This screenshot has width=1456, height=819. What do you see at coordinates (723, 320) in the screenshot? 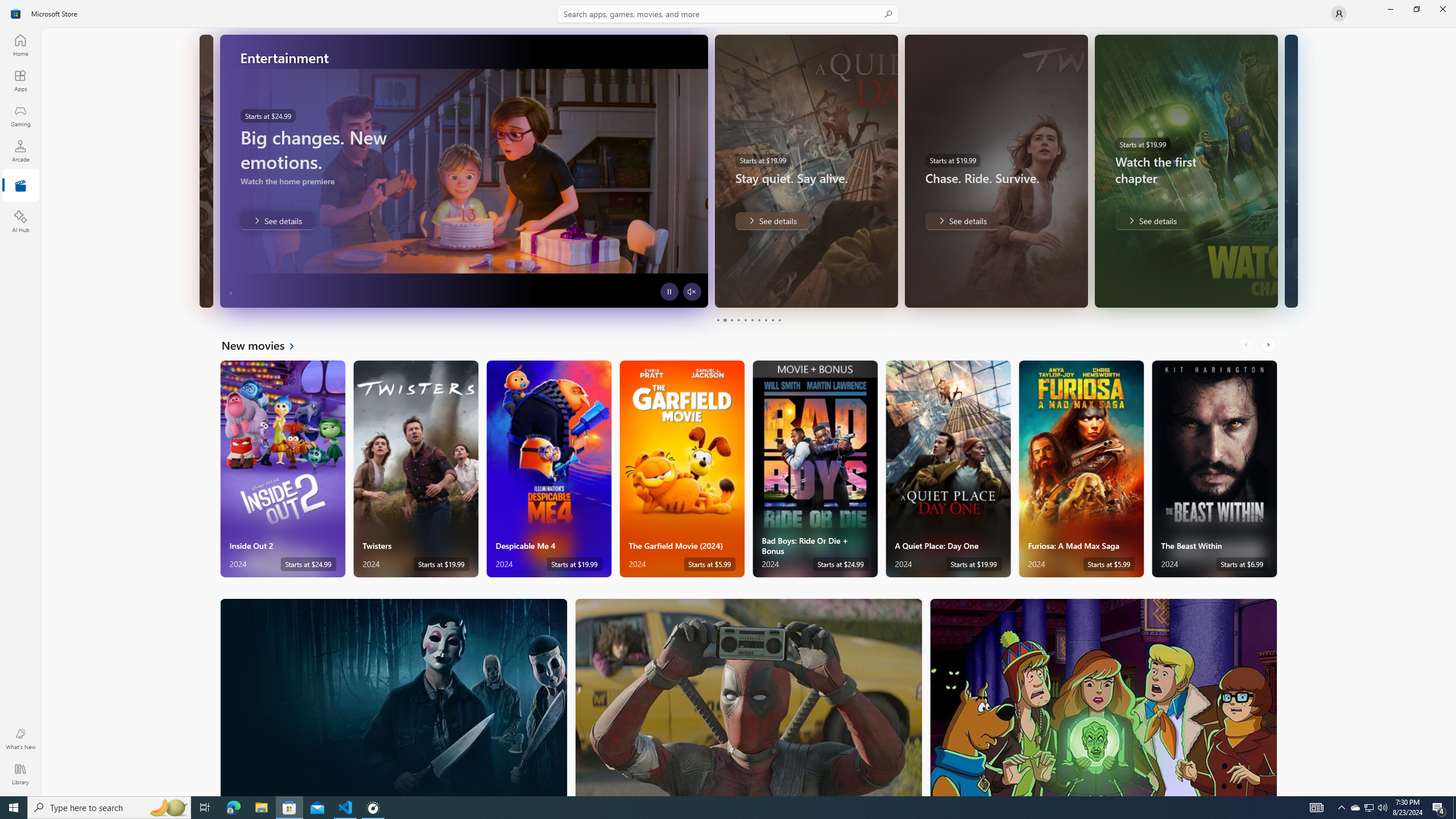
I see `'Page 2'` at bounding box center [723, 320].